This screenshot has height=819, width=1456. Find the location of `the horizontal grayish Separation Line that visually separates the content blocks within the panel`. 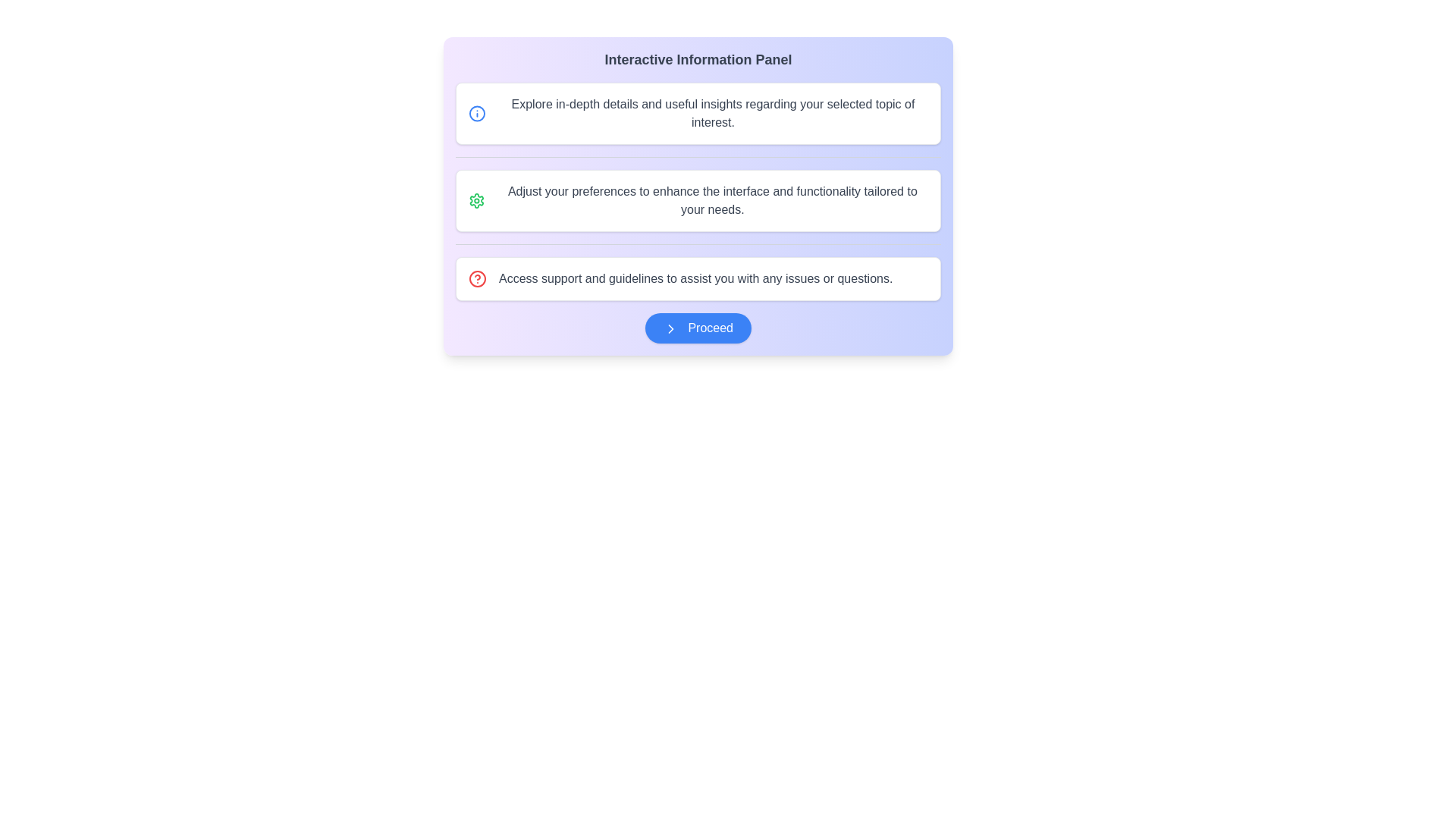

the horizontal grayish Separation Line that visually separates the content blocks within the panel is located at coordinates (698, 157).